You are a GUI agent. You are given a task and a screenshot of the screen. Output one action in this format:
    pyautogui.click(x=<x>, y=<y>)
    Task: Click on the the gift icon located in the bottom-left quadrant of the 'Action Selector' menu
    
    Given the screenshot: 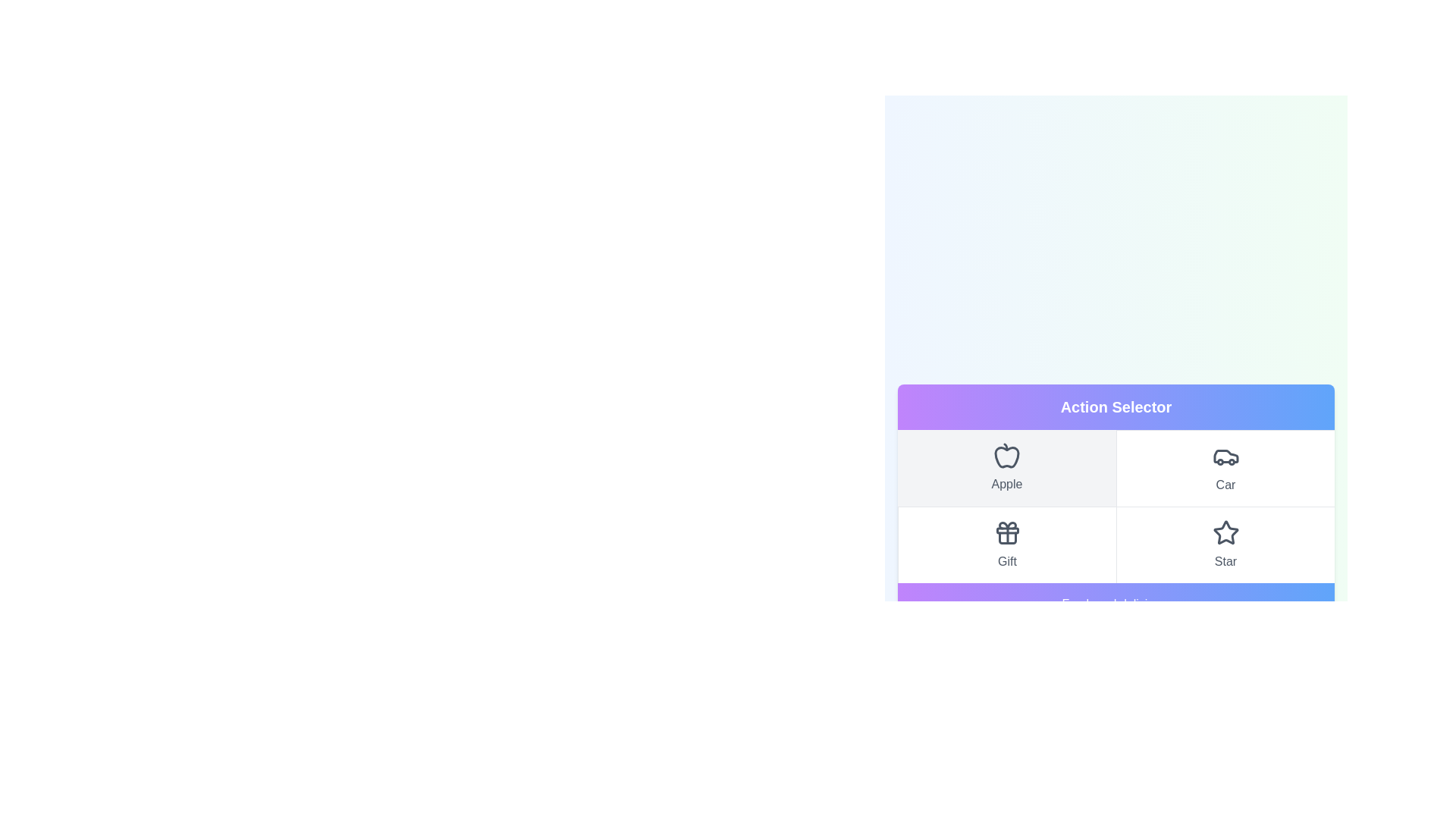 What is the action you would take?
    pyautogui.click(x=1007, y=532)
    